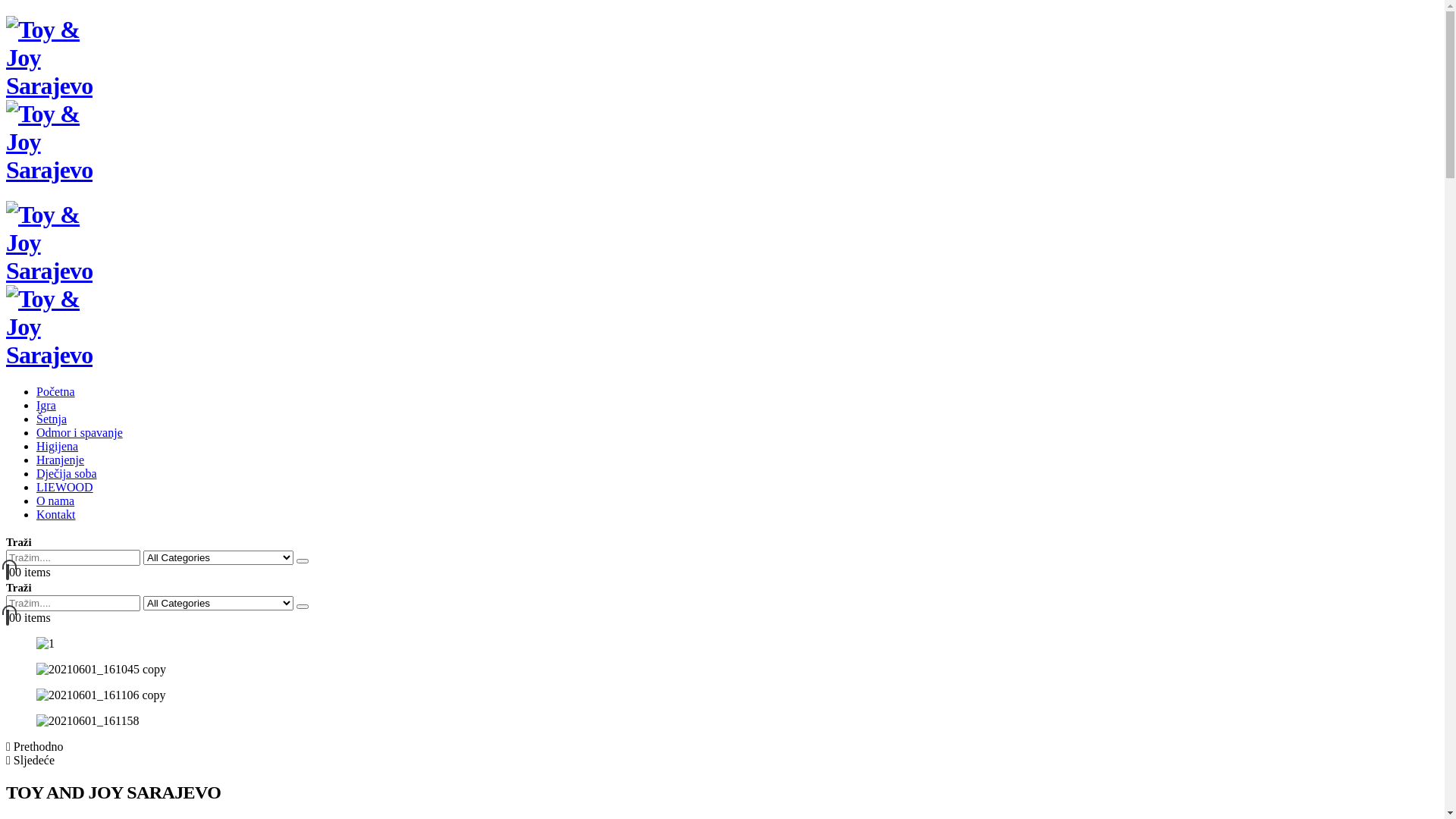  What do you see at coordinates (60, 459) in the screenshot?
I see `'Hranjenje'` at bounding box center [60, 459].